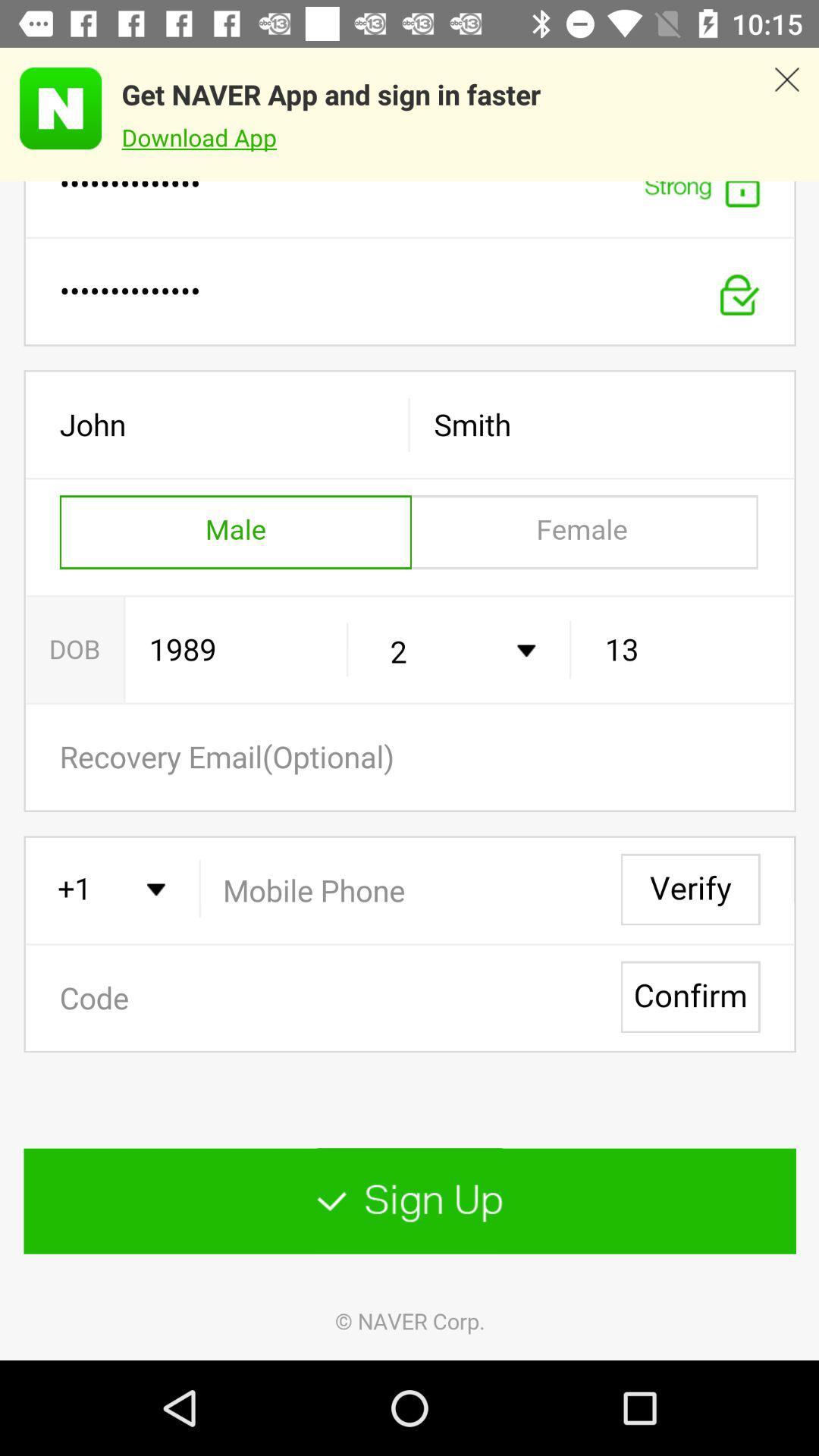  What do you see at coordinates (409, 770) in the screenshot?
I see `address page` at bounding box center [409, 770].